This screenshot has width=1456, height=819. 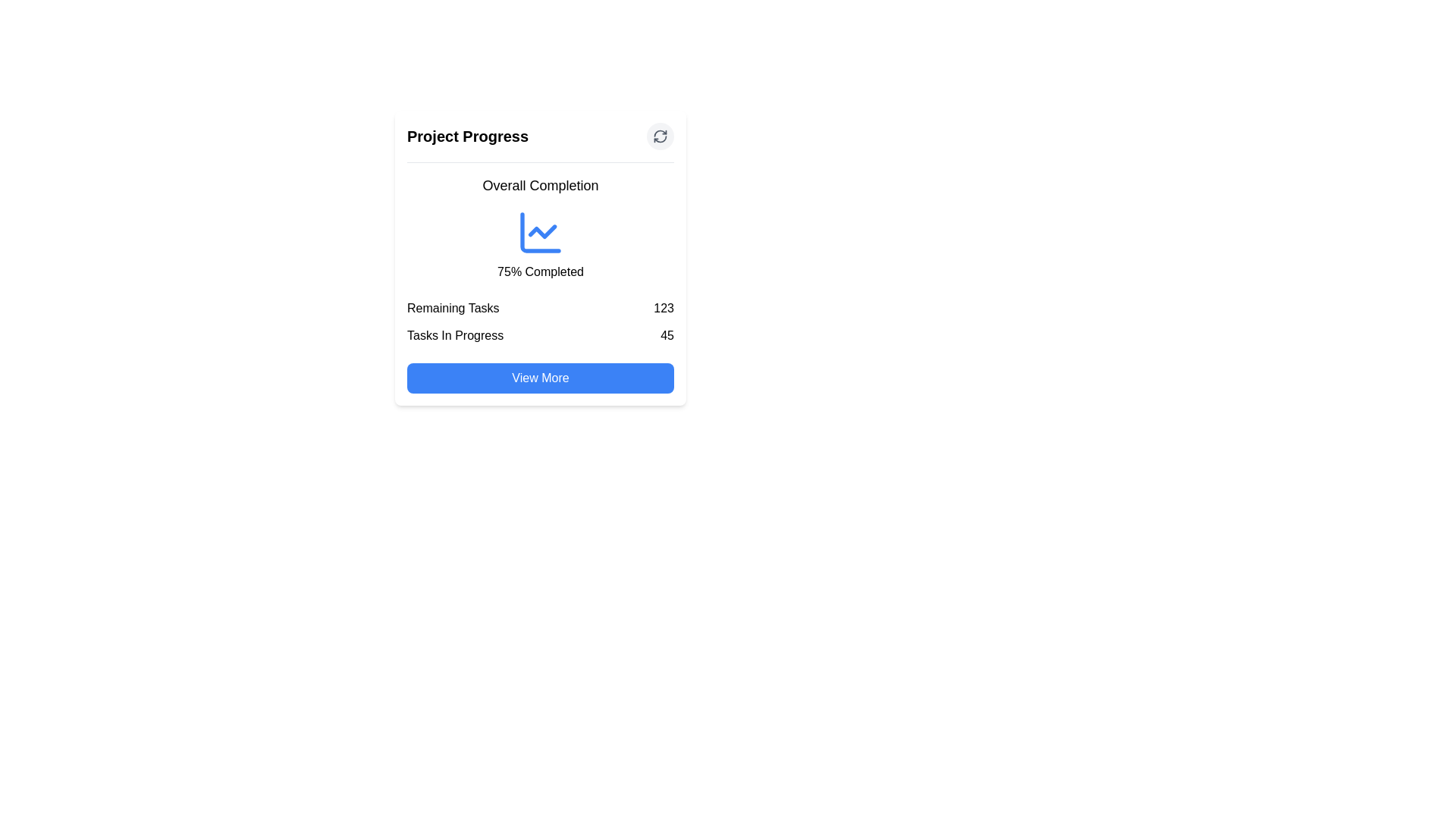 What do you see at coordinates (541, 377) in the screenshot?
I see `the call-to-action button located at the bottom of the card` at bounding box center [541, 377].